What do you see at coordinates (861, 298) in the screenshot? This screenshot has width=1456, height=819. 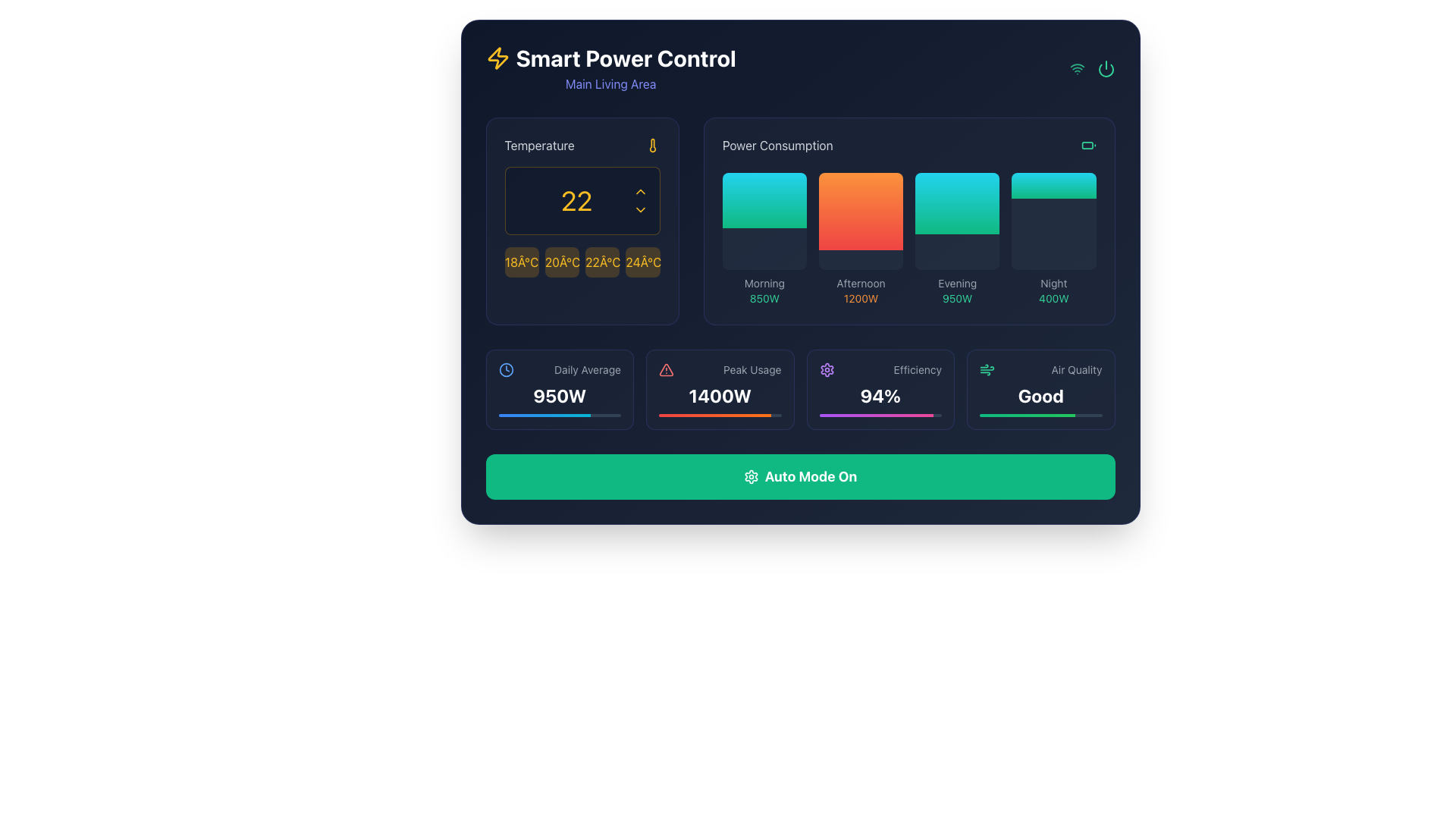 I see `the power consumption text label displaying '1200W' located at the bottom-center of the 'Power Consumption' section, directly below the 'Afternoon' label` at bounding box center [861, 298].